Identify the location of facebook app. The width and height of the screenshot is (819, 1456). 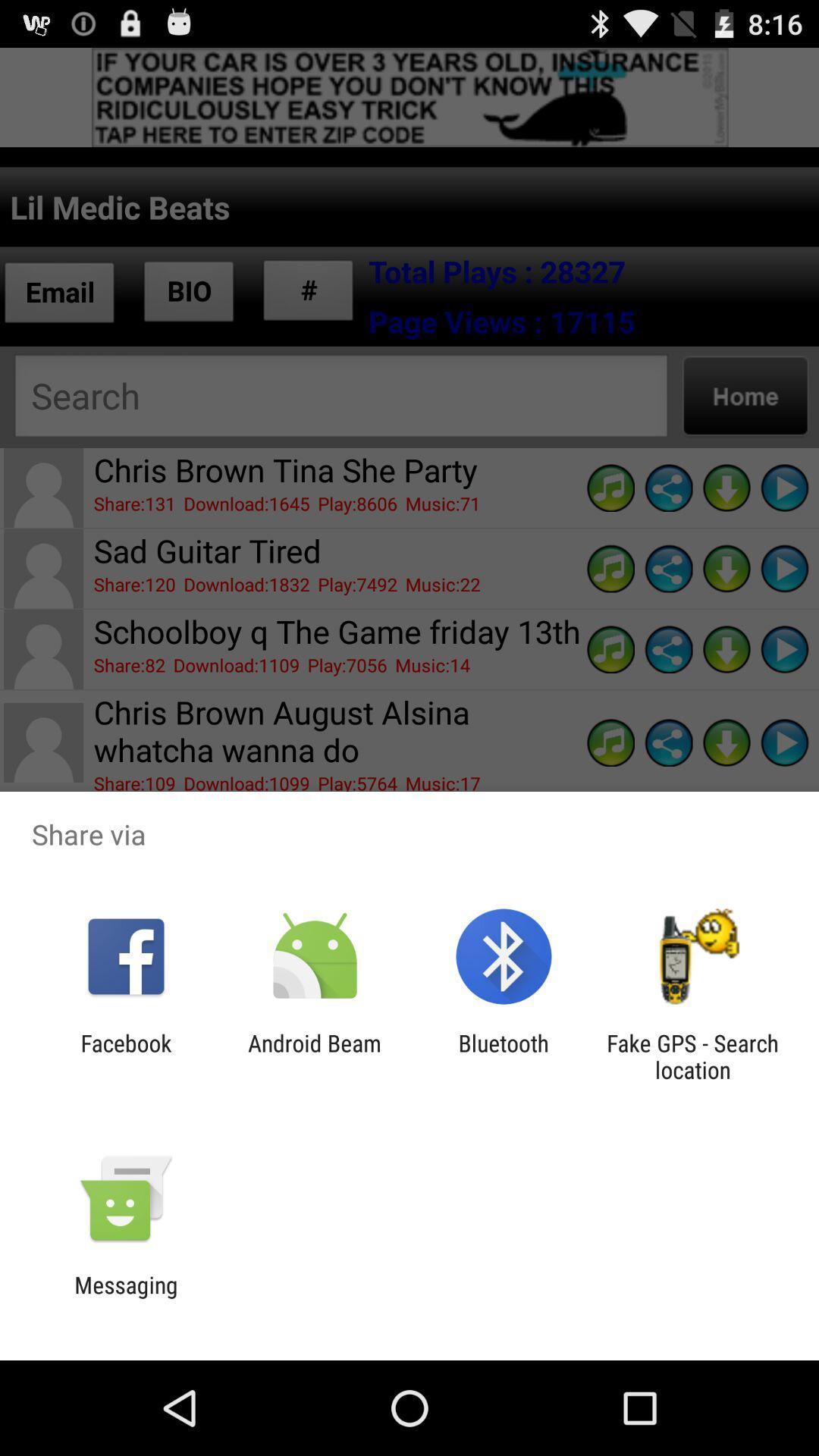
(125, 1056).